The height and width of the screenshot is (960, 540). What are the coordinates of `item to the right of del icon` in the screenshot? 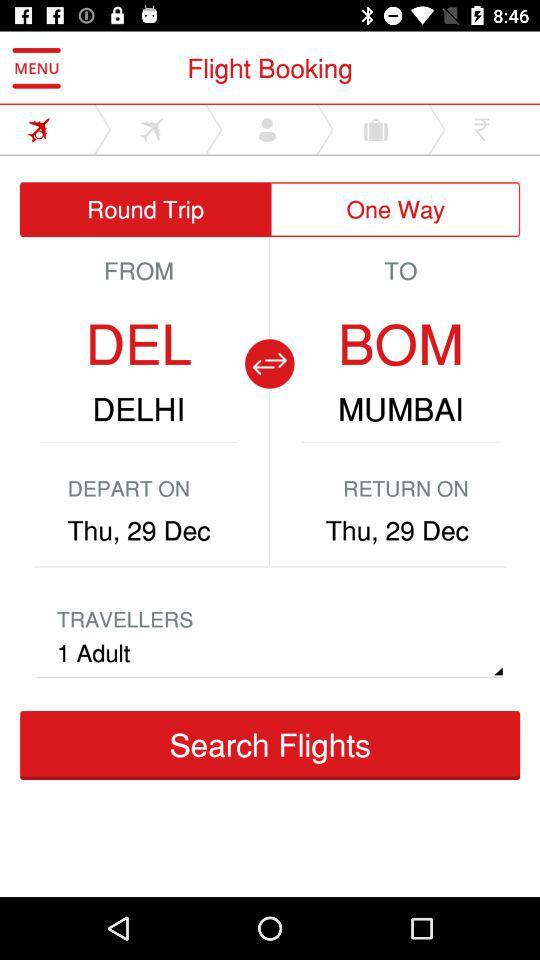 It's located at (269, 362).